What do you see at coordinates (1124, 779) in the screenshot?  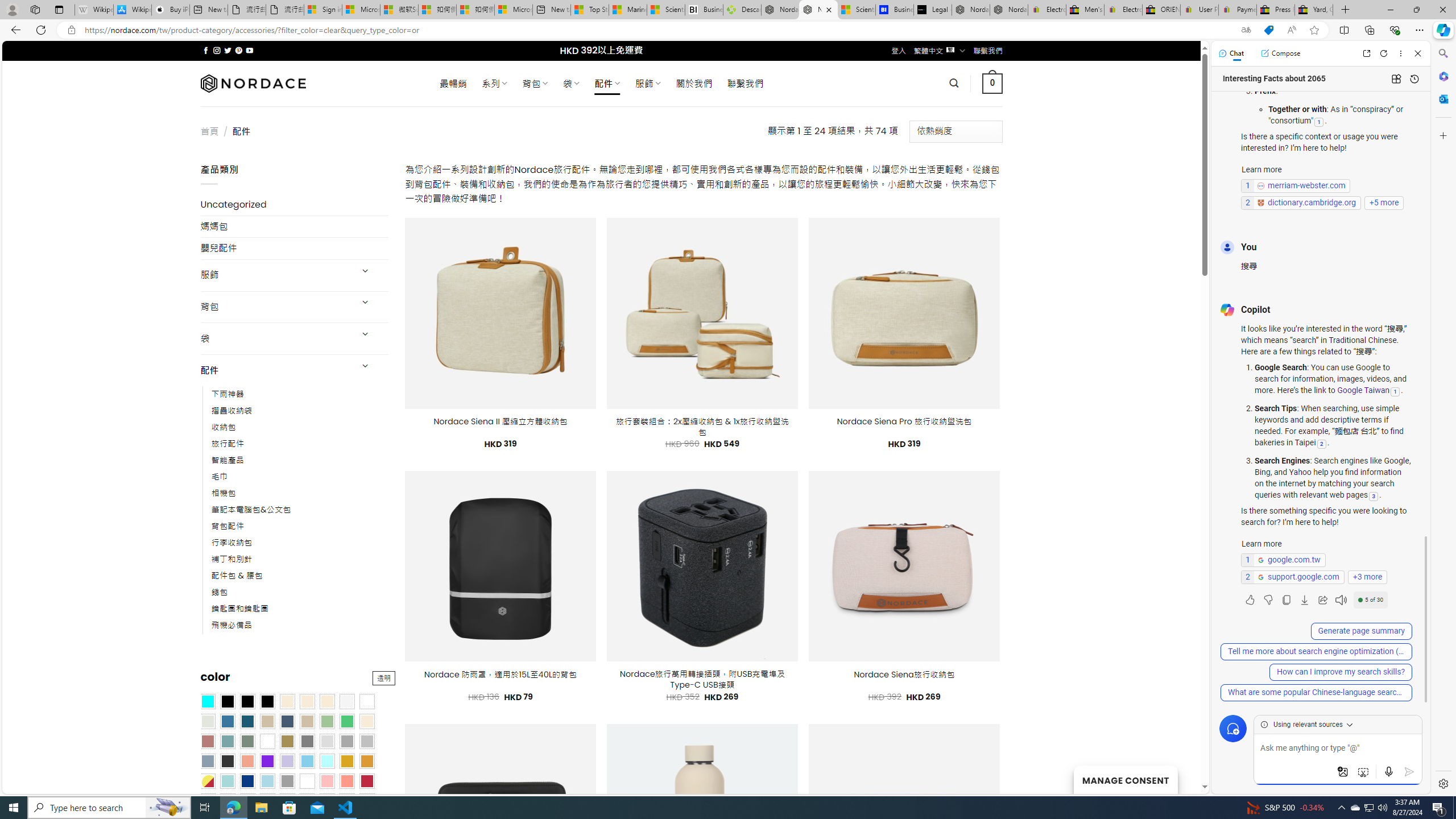 I see `'MANAGE CONSENT'` at bounding box center [1124, 779].